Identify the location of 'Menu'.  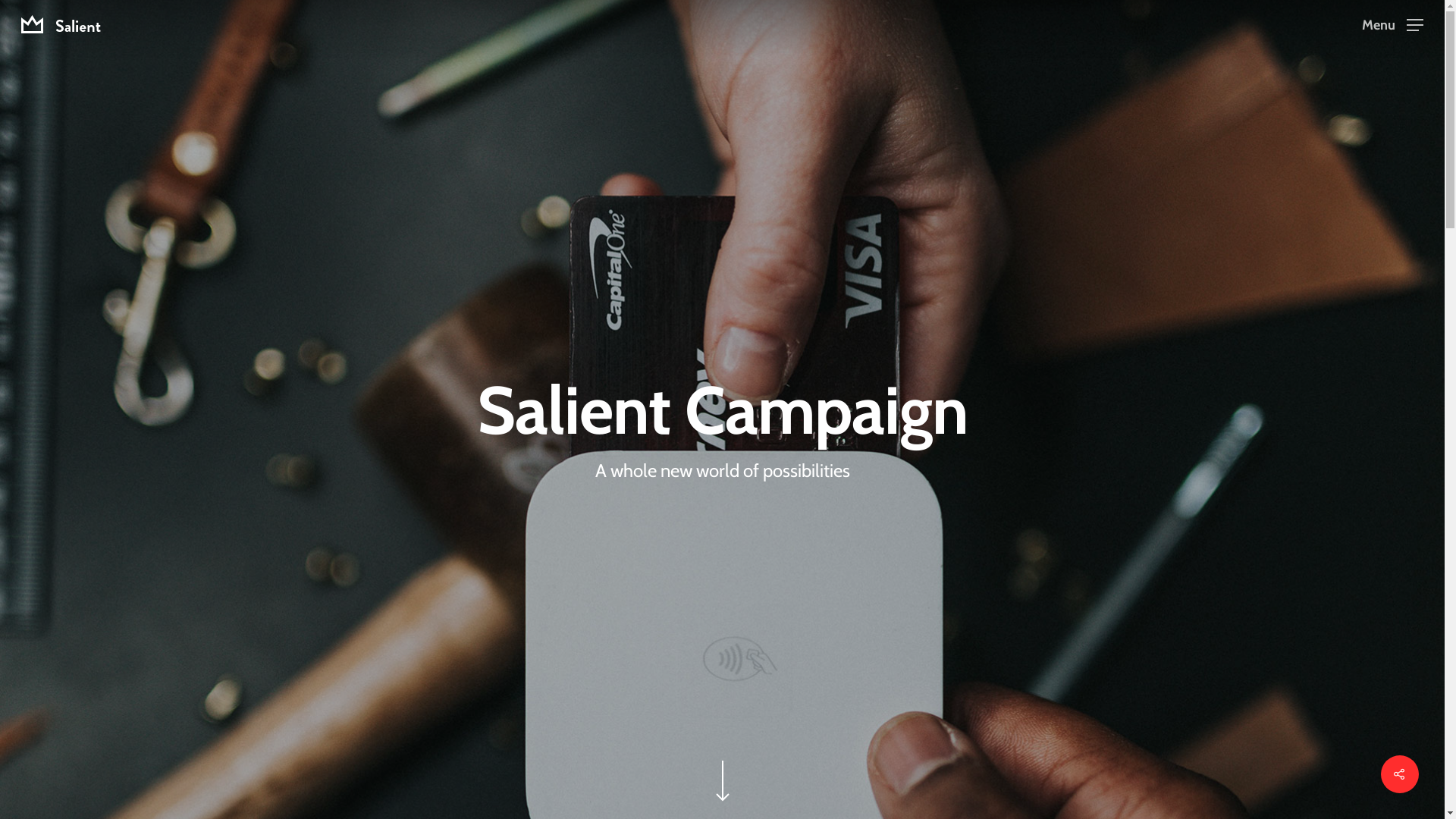
(1392, 24).